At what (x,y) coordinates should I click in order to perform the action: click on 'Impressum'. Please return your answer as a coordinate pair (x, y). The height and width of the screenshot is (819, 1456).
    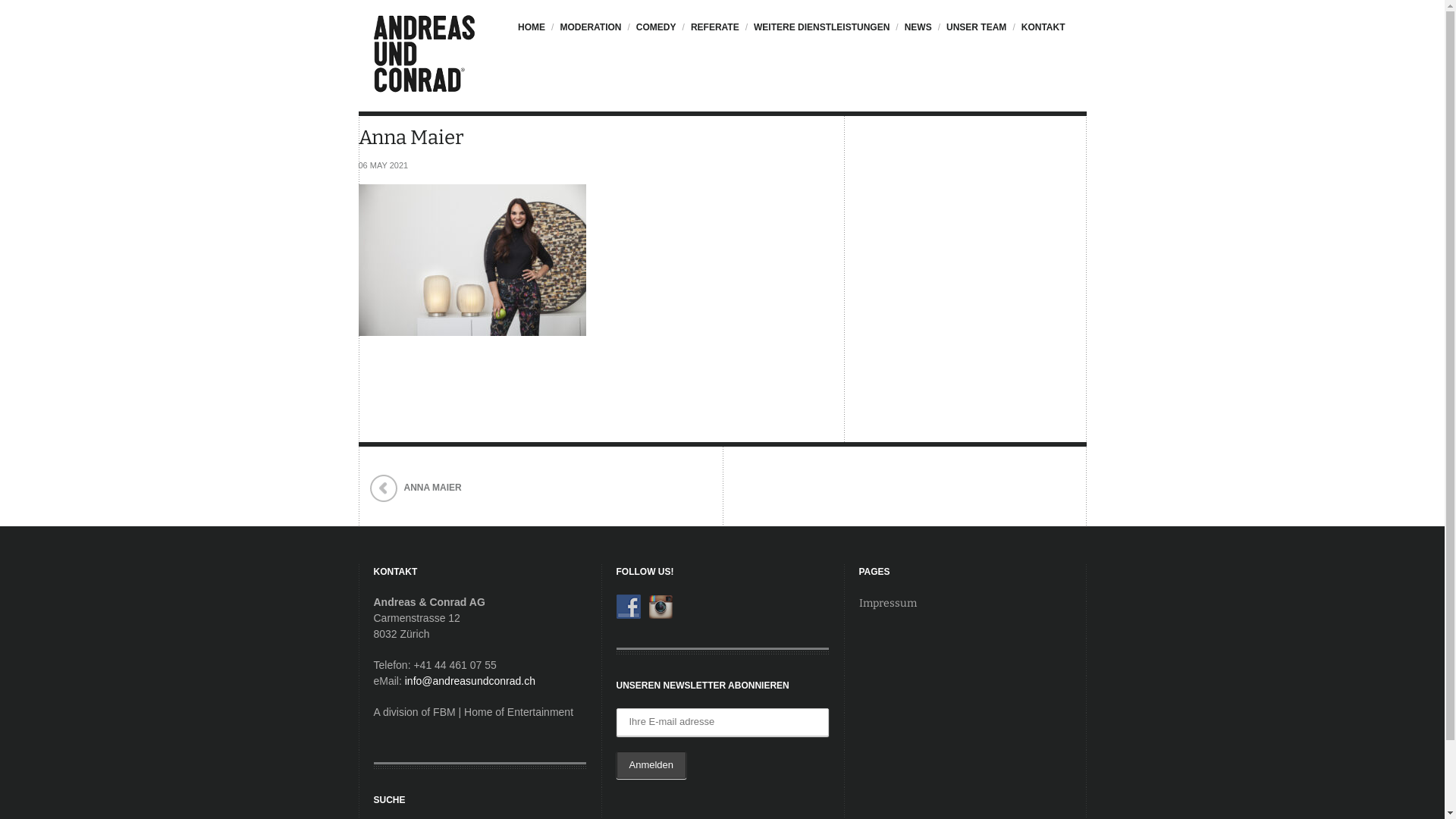
    Looking at the image, I should click on (858, 602).